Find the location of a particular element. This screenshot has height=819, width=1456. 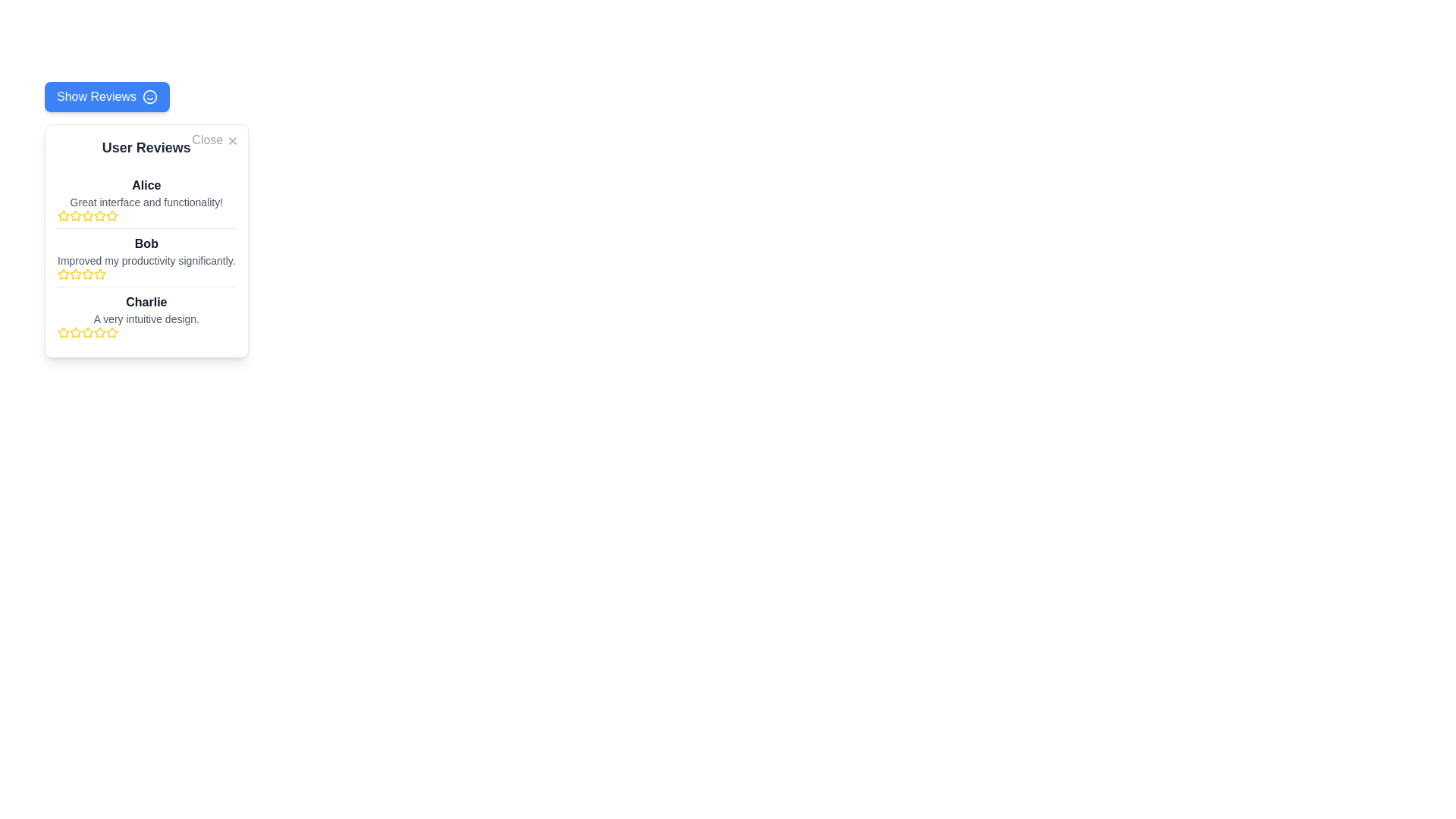

the first star icon in the rating component for the review of 'Bob' located in the second review block is located at coordinates (62, 275).